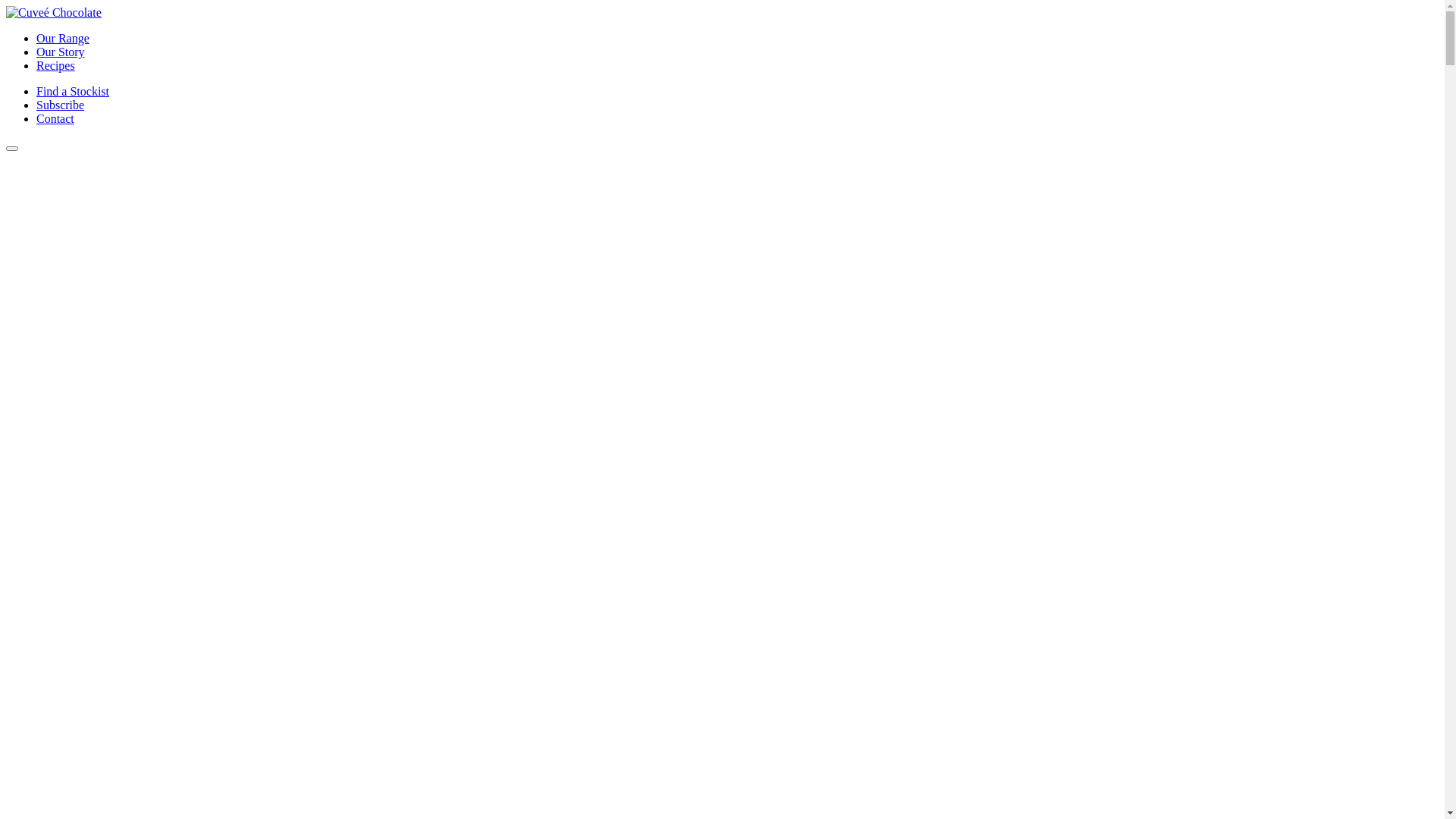  What do you see at coordinates (55, 118) in the screenshot?
I see `'Contact'` at bounding box center [55, 118].